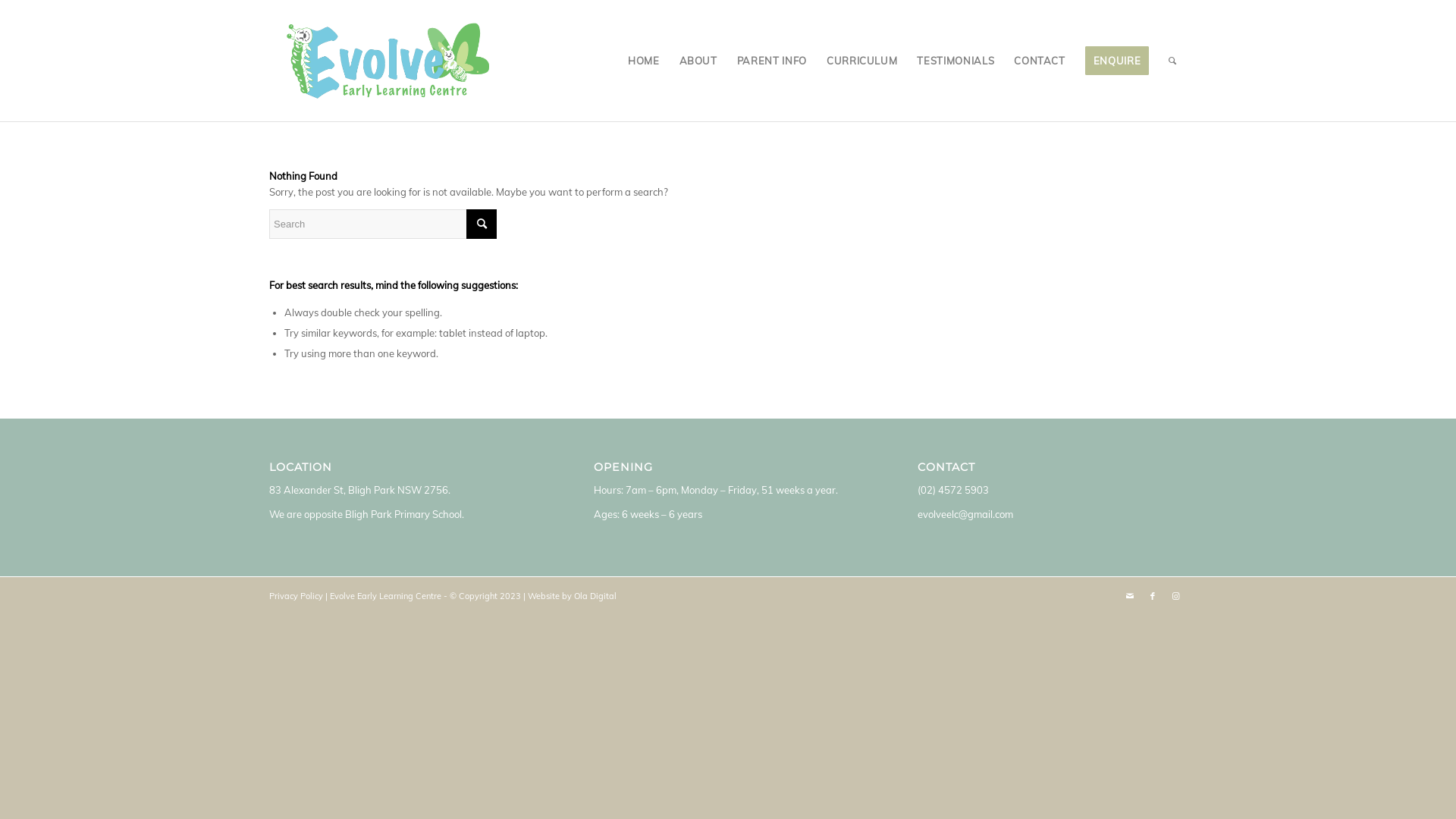 Image resolution: width=1456 pixels, height=819 pixels. What do you see at coordinates (1153, 595) in the screenshot?
I see `'Facebook'` at bounding box center [1153, 595].